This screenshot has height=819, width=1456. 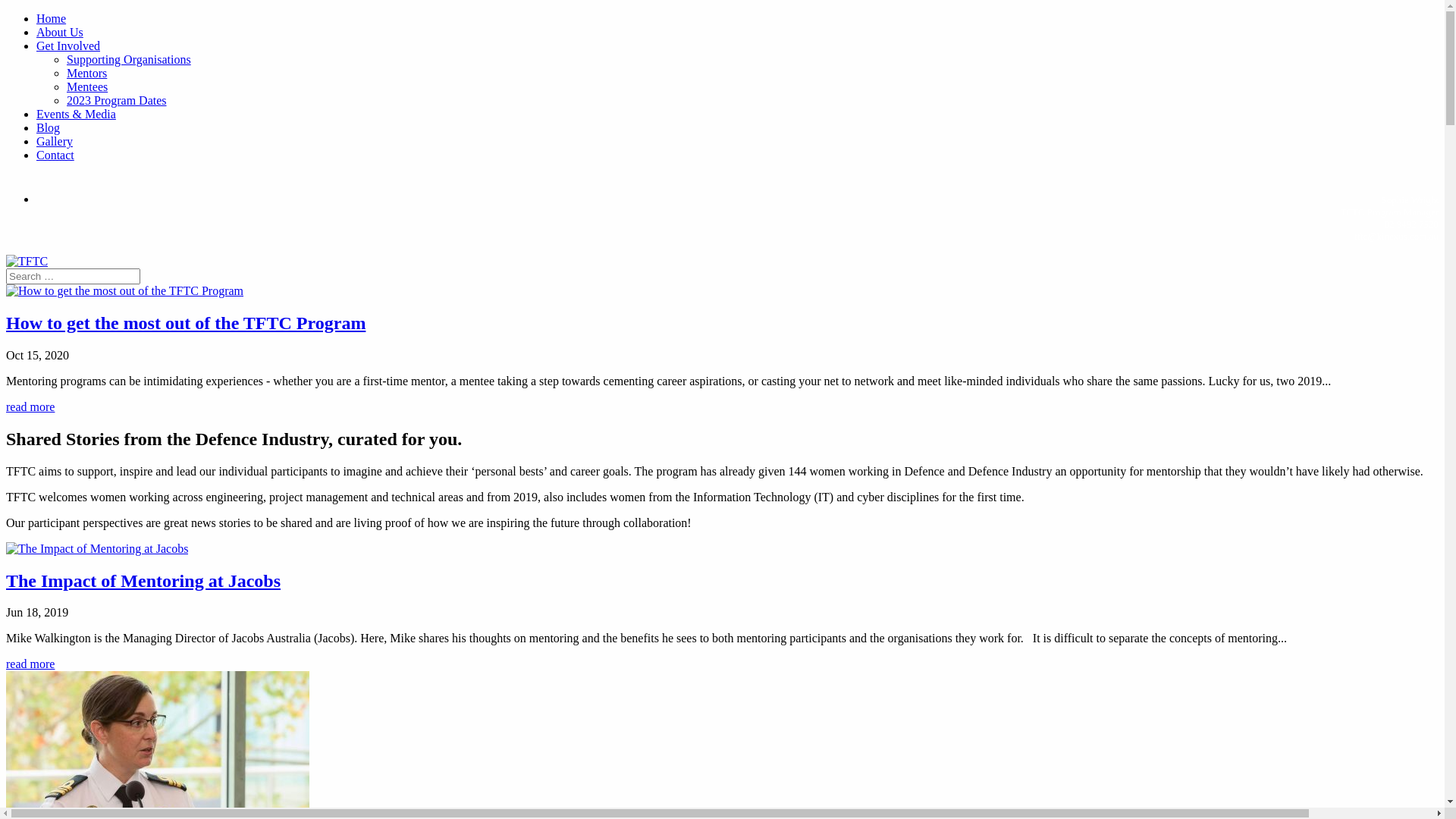 I want to click on 'Mentees', so click(x=86, y=86).